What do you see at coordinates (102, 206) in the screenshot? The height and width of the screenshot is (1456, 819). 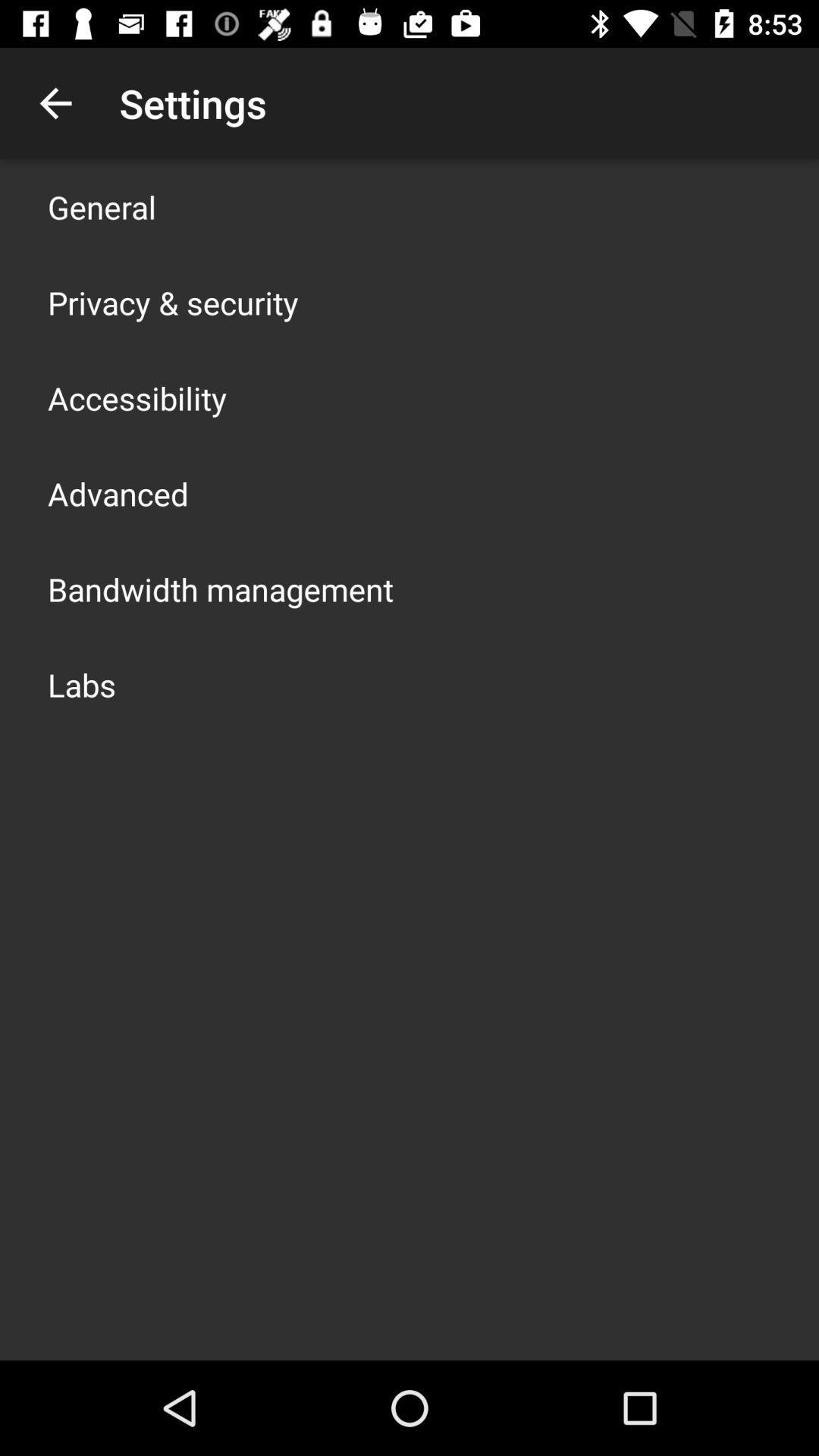 I see `the general icon` at bounding box center [102, 206].